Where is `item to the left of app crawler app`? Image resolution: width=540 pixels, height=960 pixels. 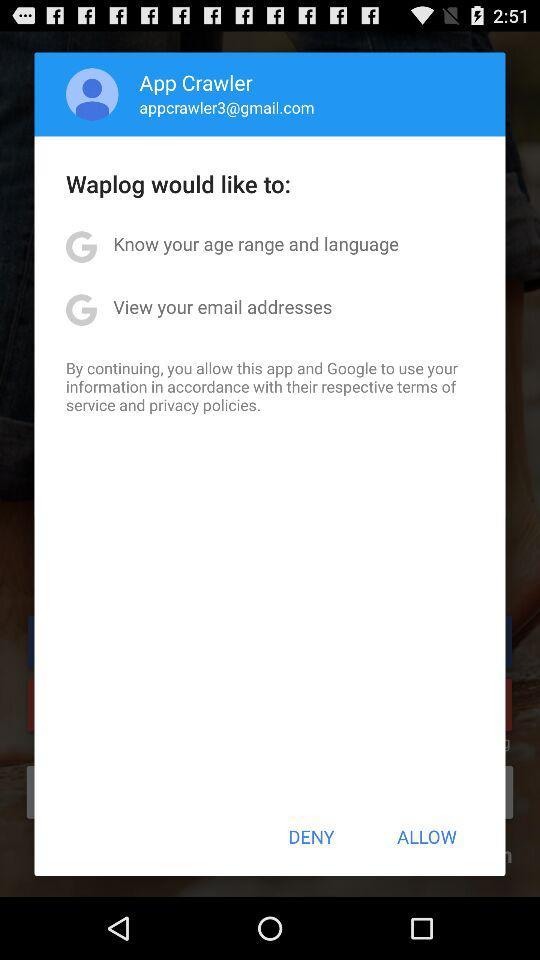
item to the left of app crawler app is located at coordinates (91, 94).